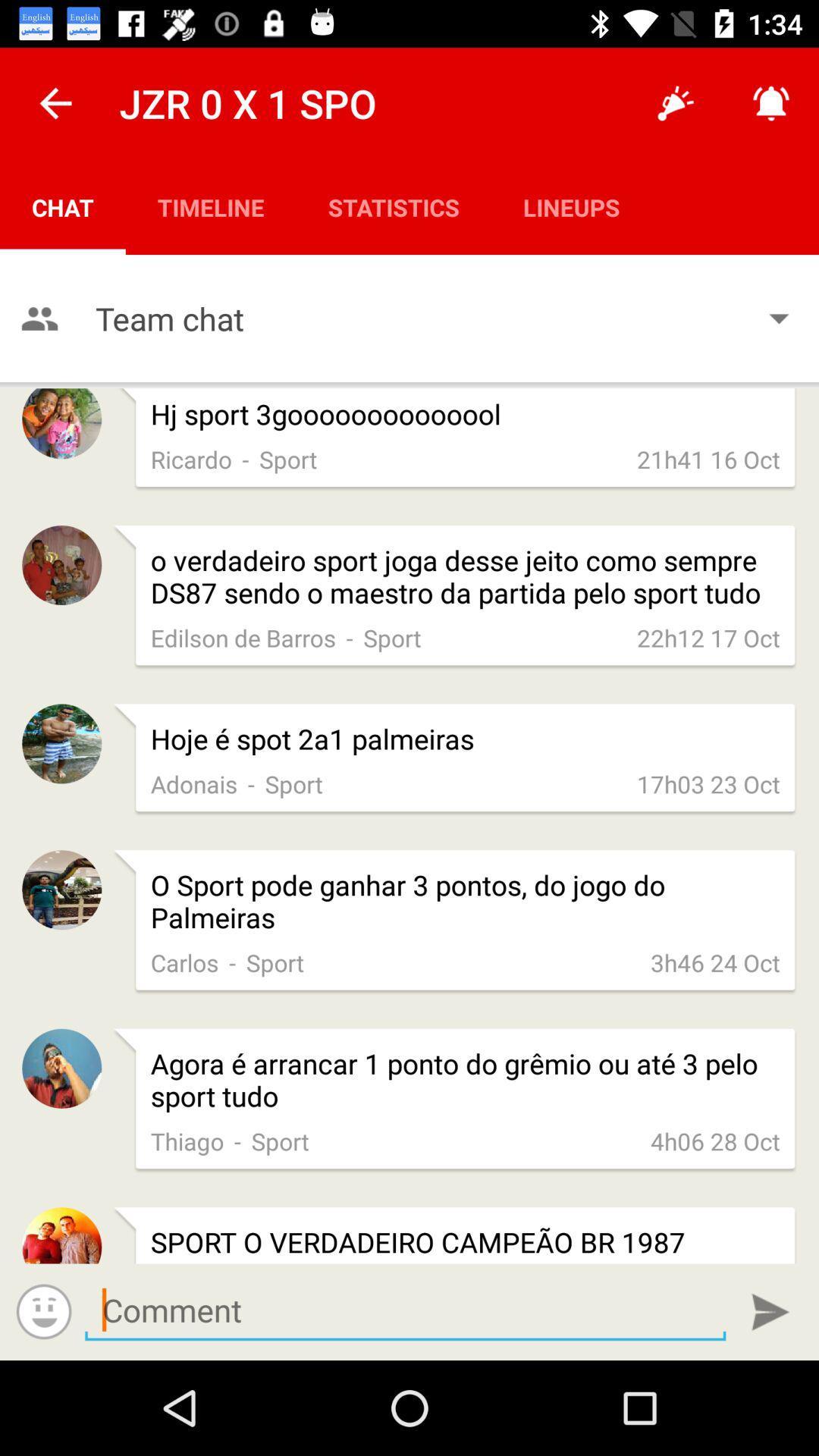  I want to click on icon below the jzr 0 x item, so click(211, 206).